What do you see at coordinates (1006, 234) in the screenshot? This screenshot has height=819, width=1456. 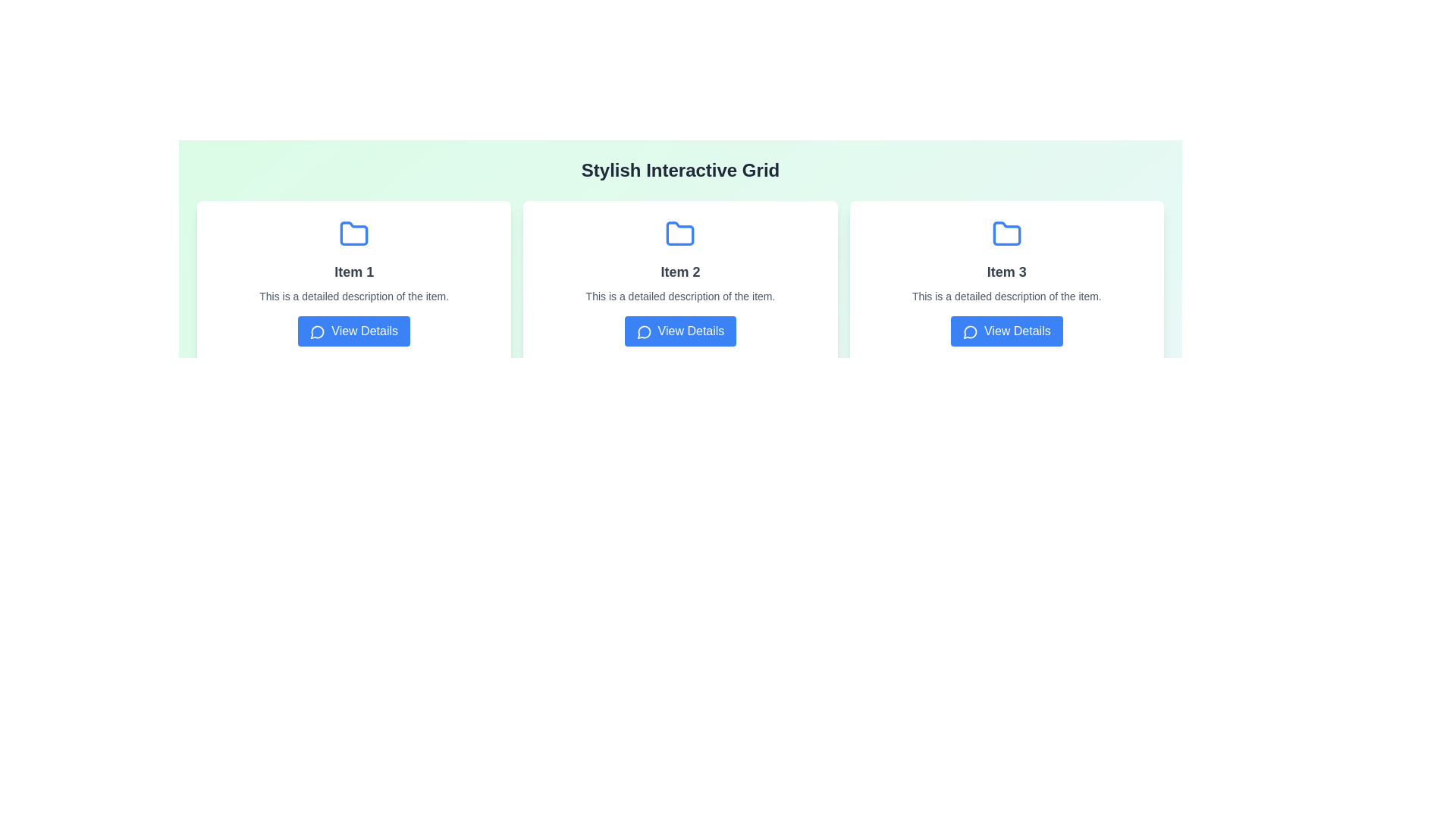 I see `the blue folder icon located in the third grid item labeled 'Item 3', which is positioned above the label text` at bounding box center [1006, 234].